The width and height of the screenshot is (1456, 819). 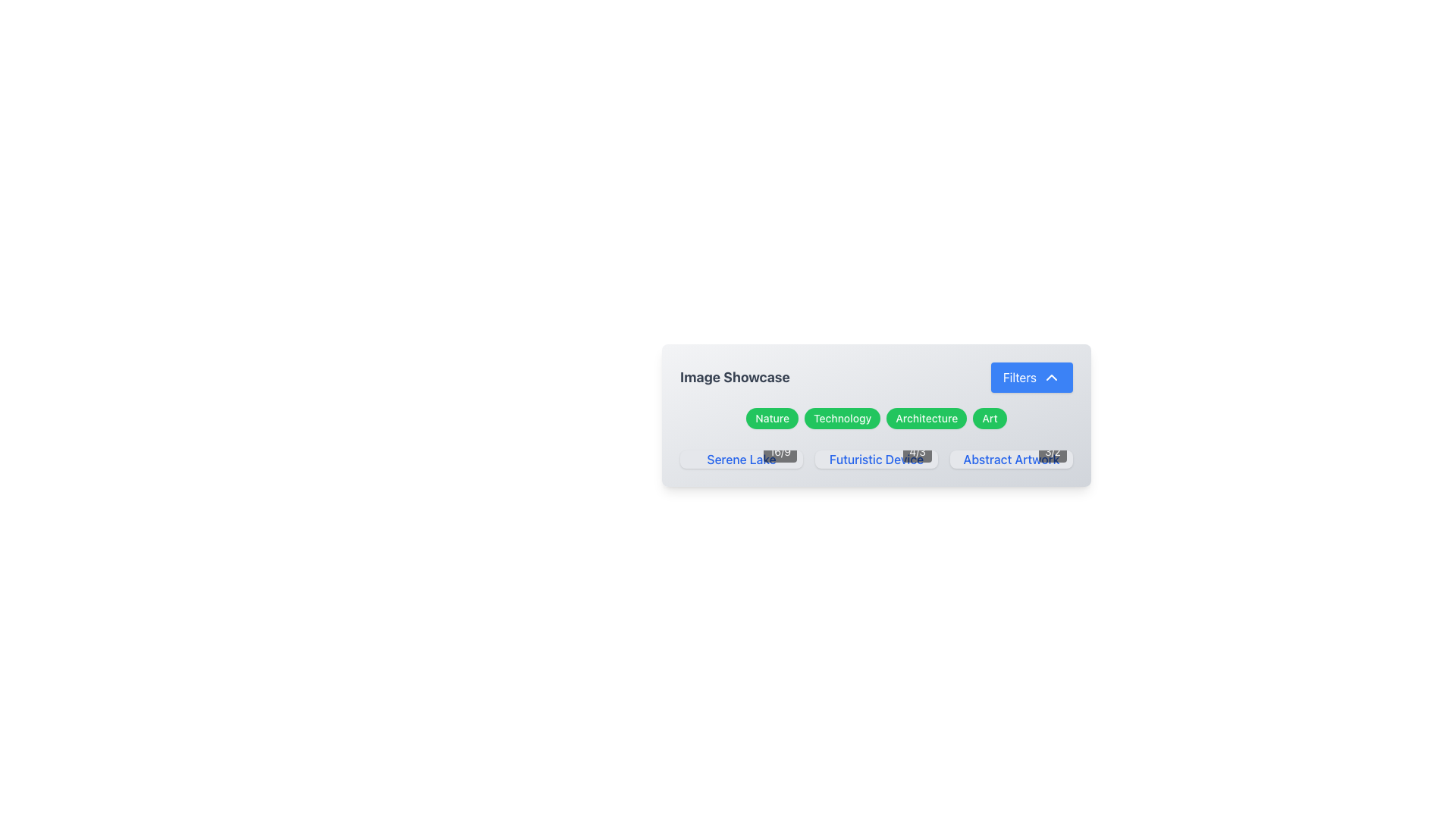 I want to click on the upward-pointing chevron icon styled in a white stroke, which is part of the 'Filters' button, located on the right side of the button text, so click(x=1051, y=376).